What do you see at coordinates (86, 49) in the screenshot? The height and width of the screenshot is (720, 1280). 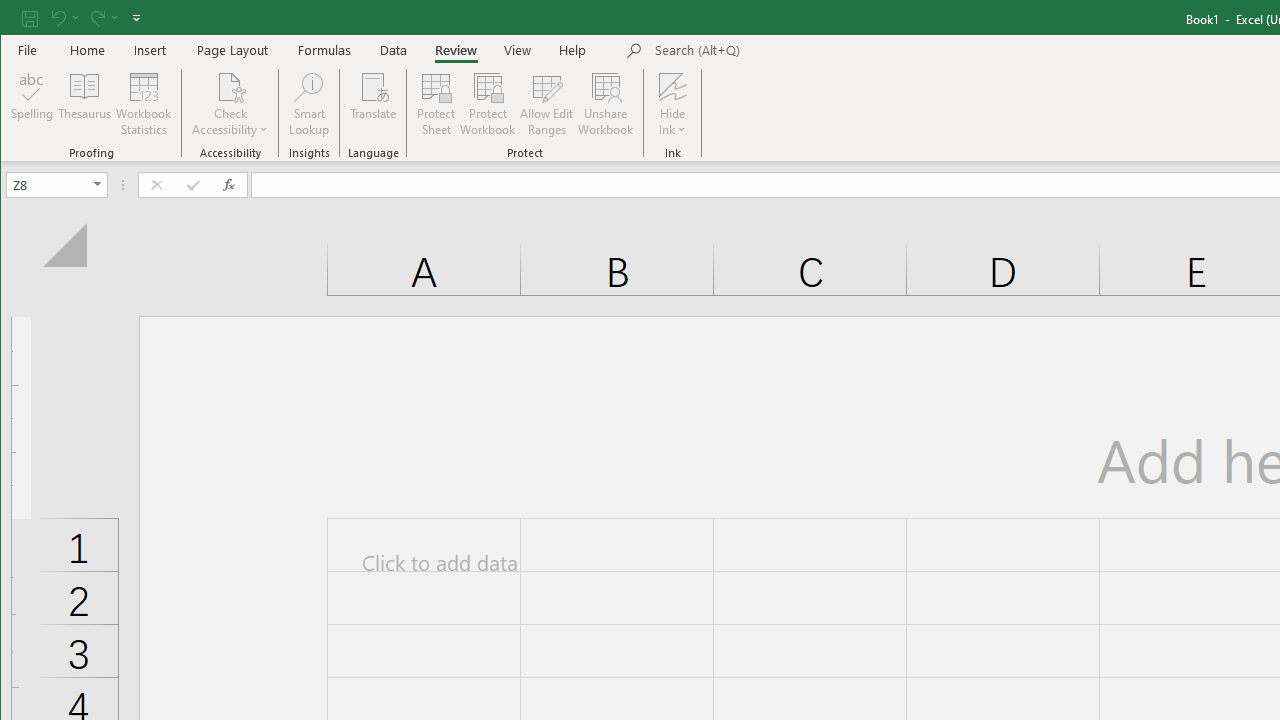 I see `'Home'` at bounding box center [86, 49].